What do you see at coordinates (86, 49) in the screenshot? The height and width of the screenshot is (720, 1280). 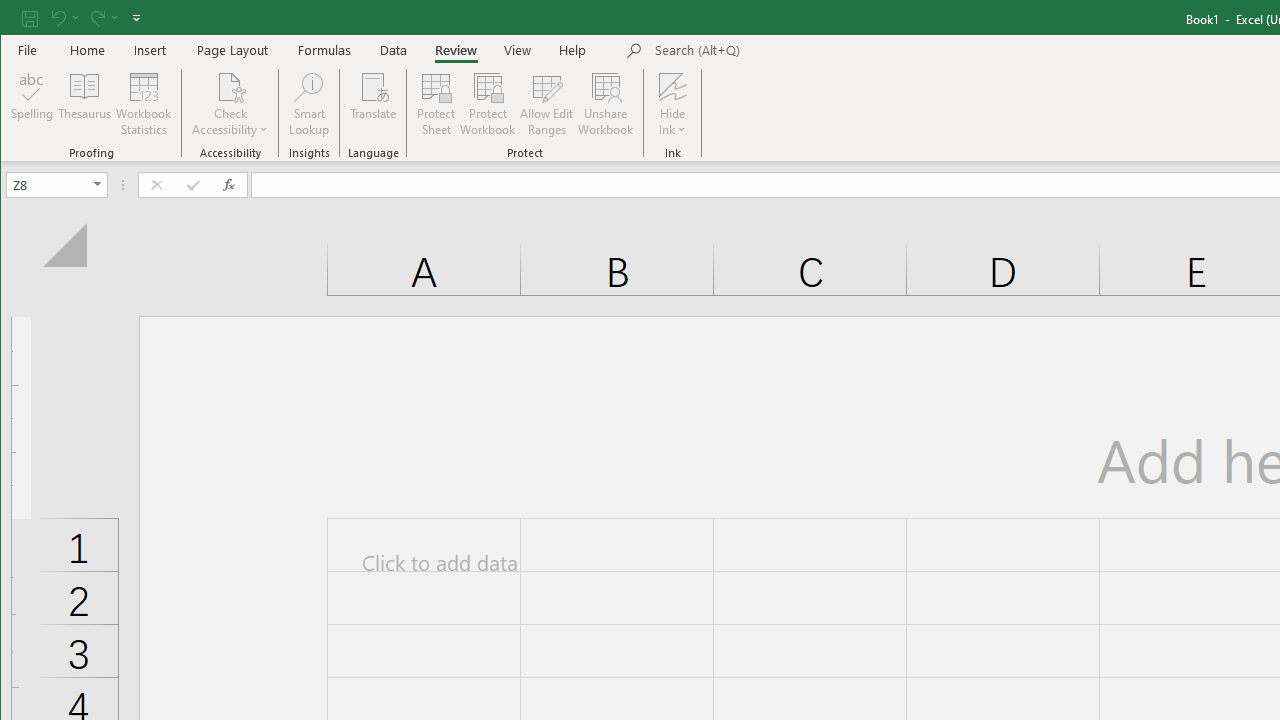 I see `'Home'` at bounding box center [86, 49].